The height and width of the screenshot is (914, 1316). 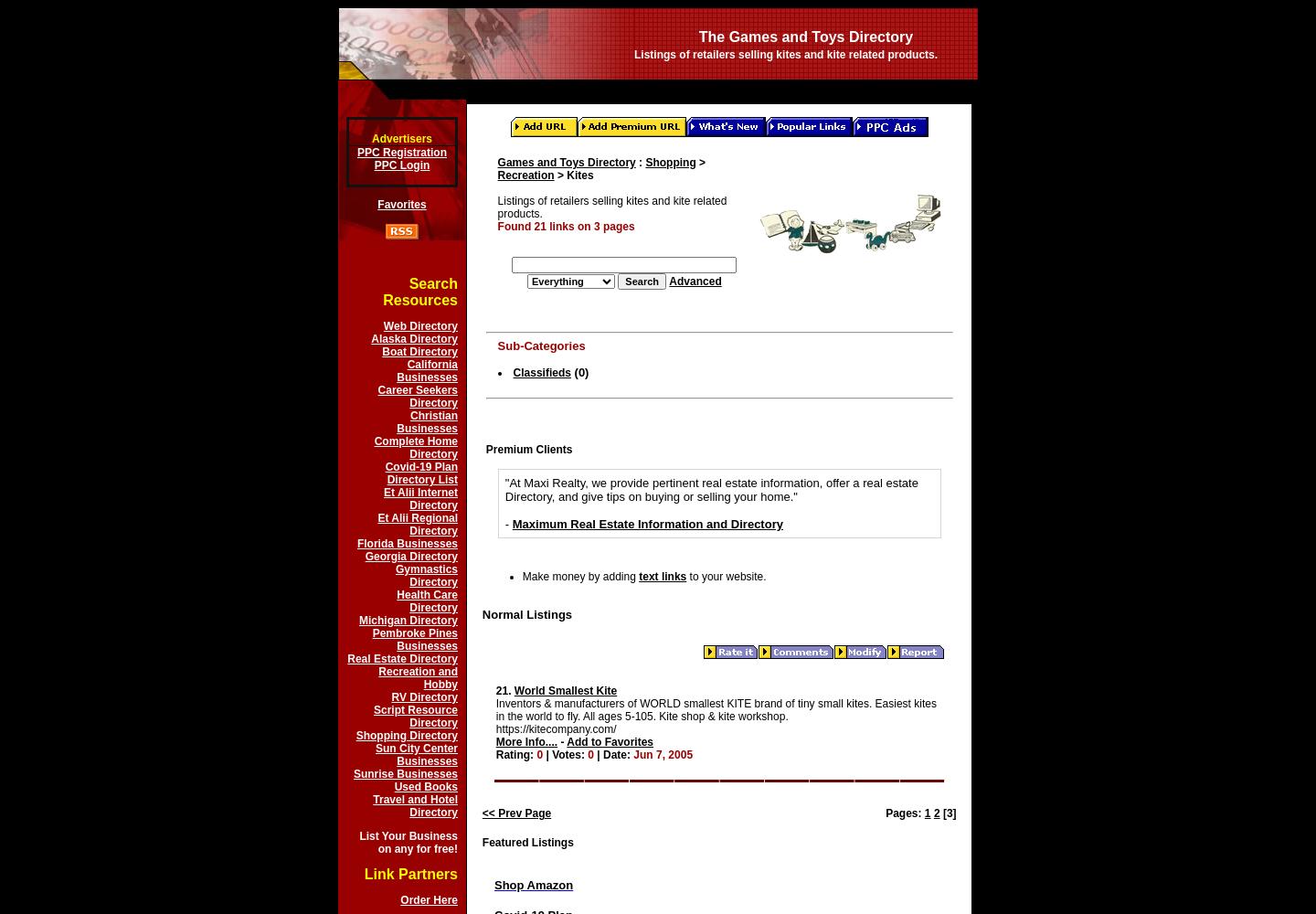 I want to click on 'Et Alii Internet Directory', so click(x=420, y=499).